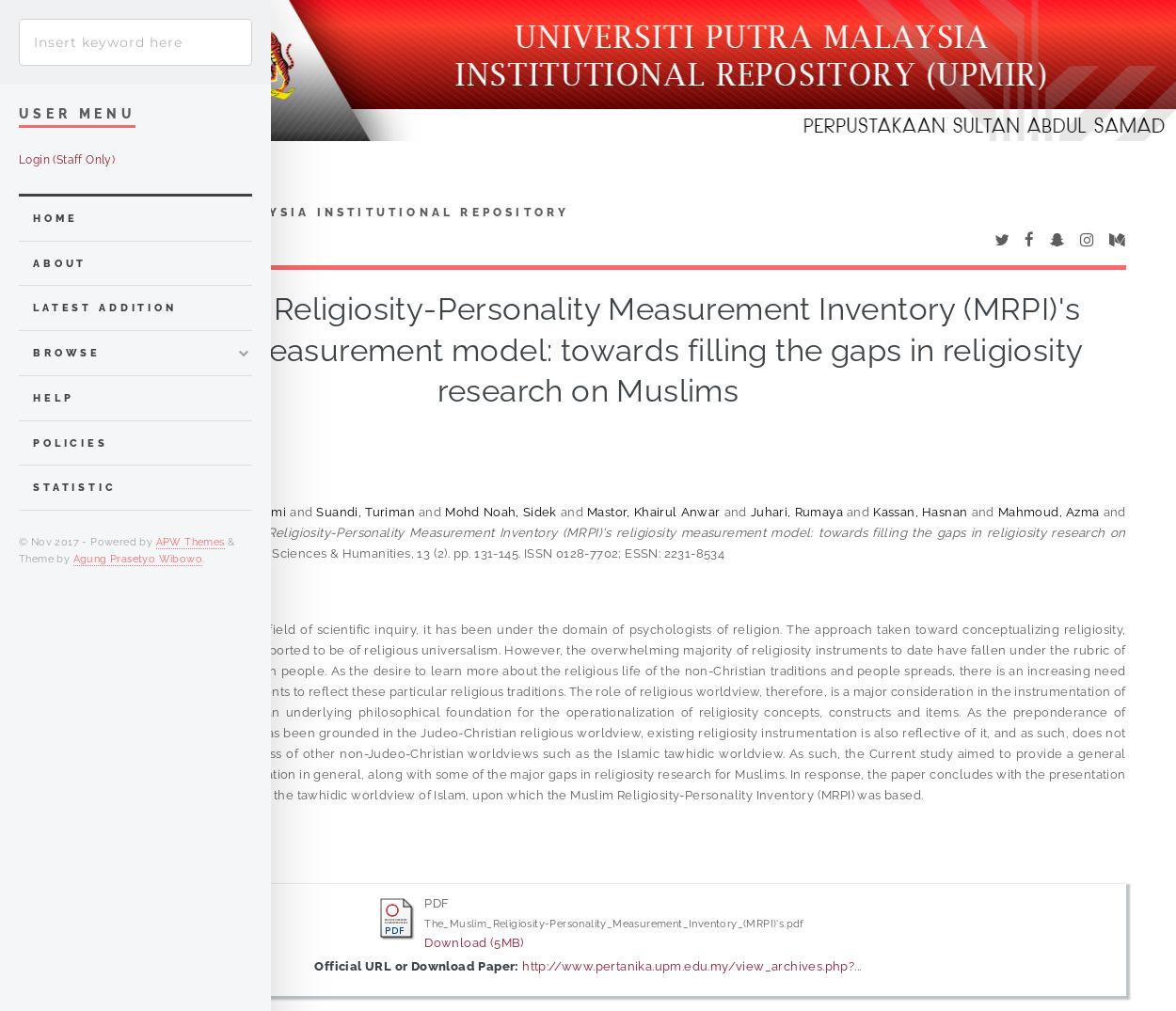 The width and height of the screenshot is (1176, 1011). What do you see at coordinates (365, 511) in the screenshot?
I see `'Suandi, Turiman'` at bounding box center [365, 511].